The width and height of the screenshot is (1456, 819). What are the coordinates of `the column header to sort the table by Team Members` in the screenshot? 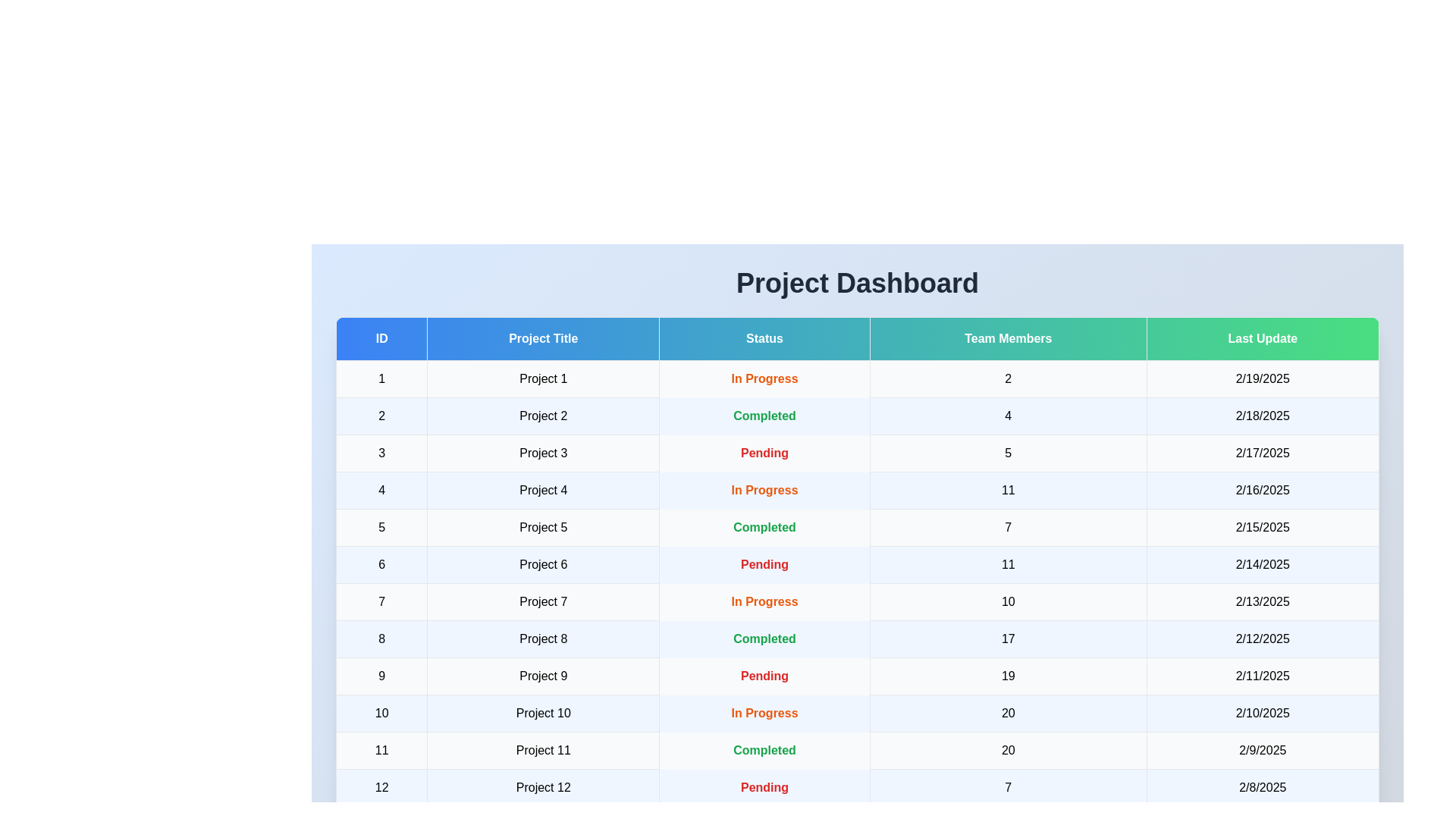 It's located at (1008, 338).